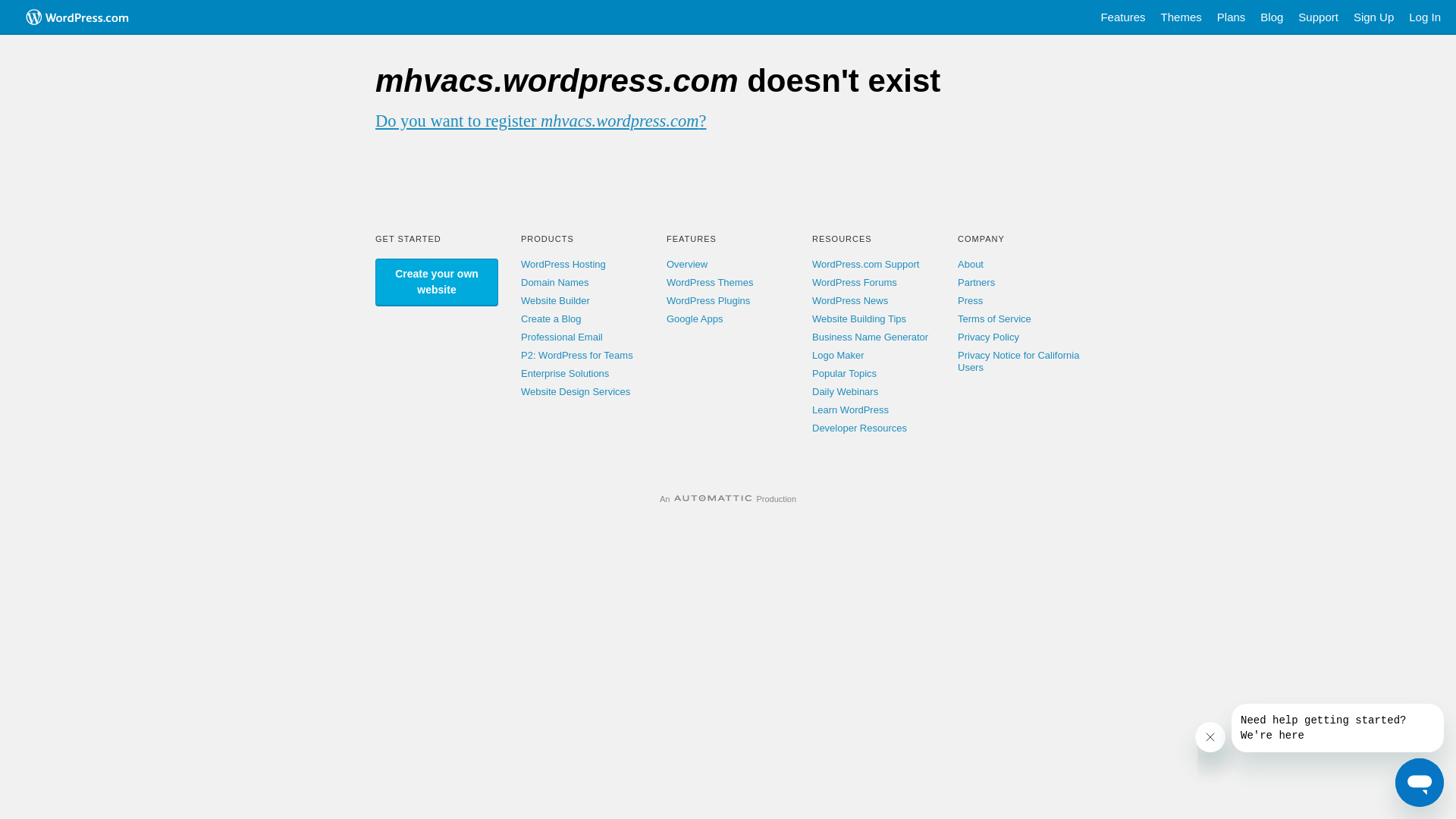  What do you see at coordinates (563, 373) in the screenshot?
I see `'Enterprise Solutions'` at bounding box center [563, 373].